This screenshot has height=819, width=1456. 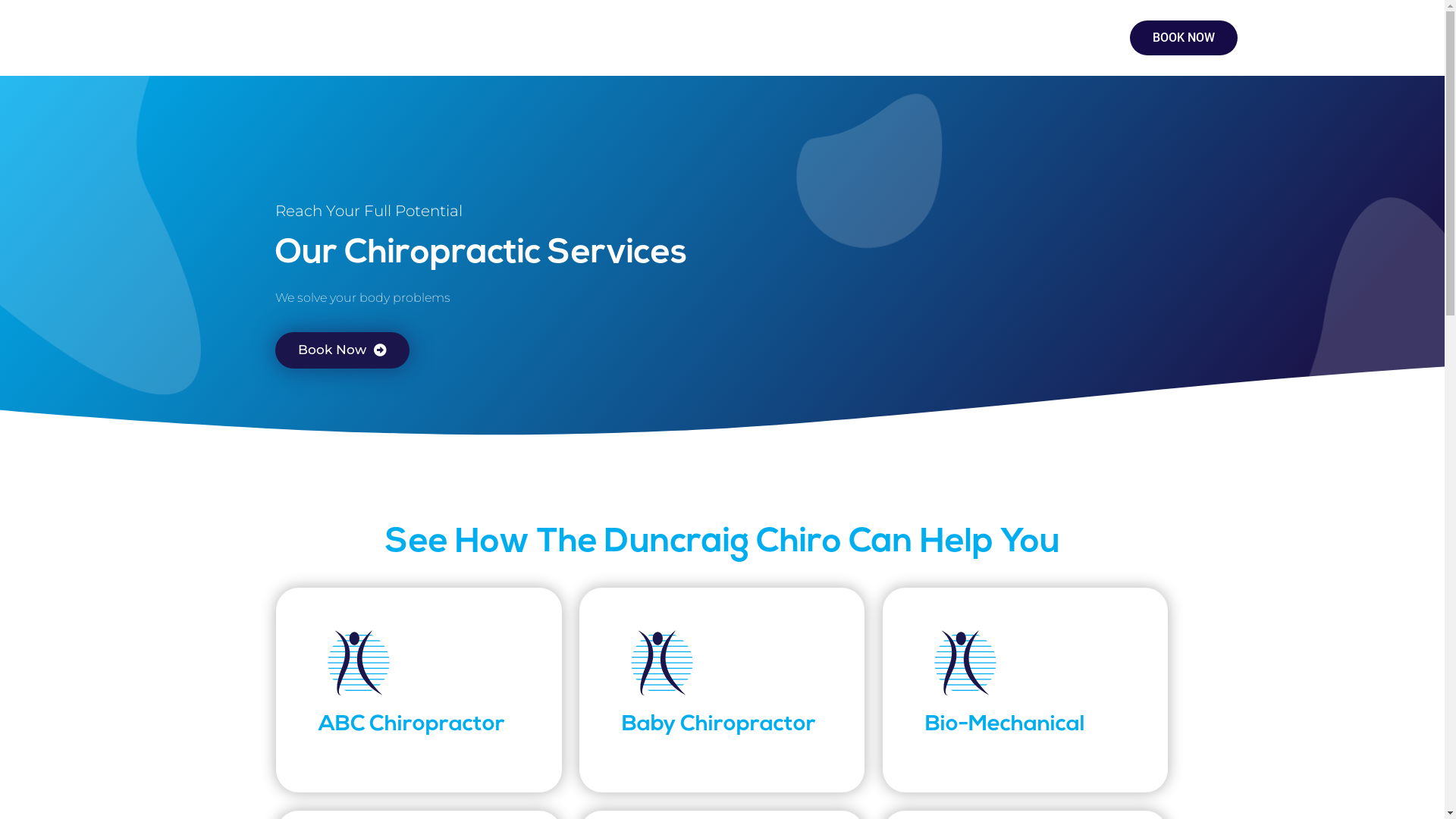 What do you see at coordinates (1008, 33) in the screenshot?
I see `'9246 9558'` at bounding box center [1008, 33].